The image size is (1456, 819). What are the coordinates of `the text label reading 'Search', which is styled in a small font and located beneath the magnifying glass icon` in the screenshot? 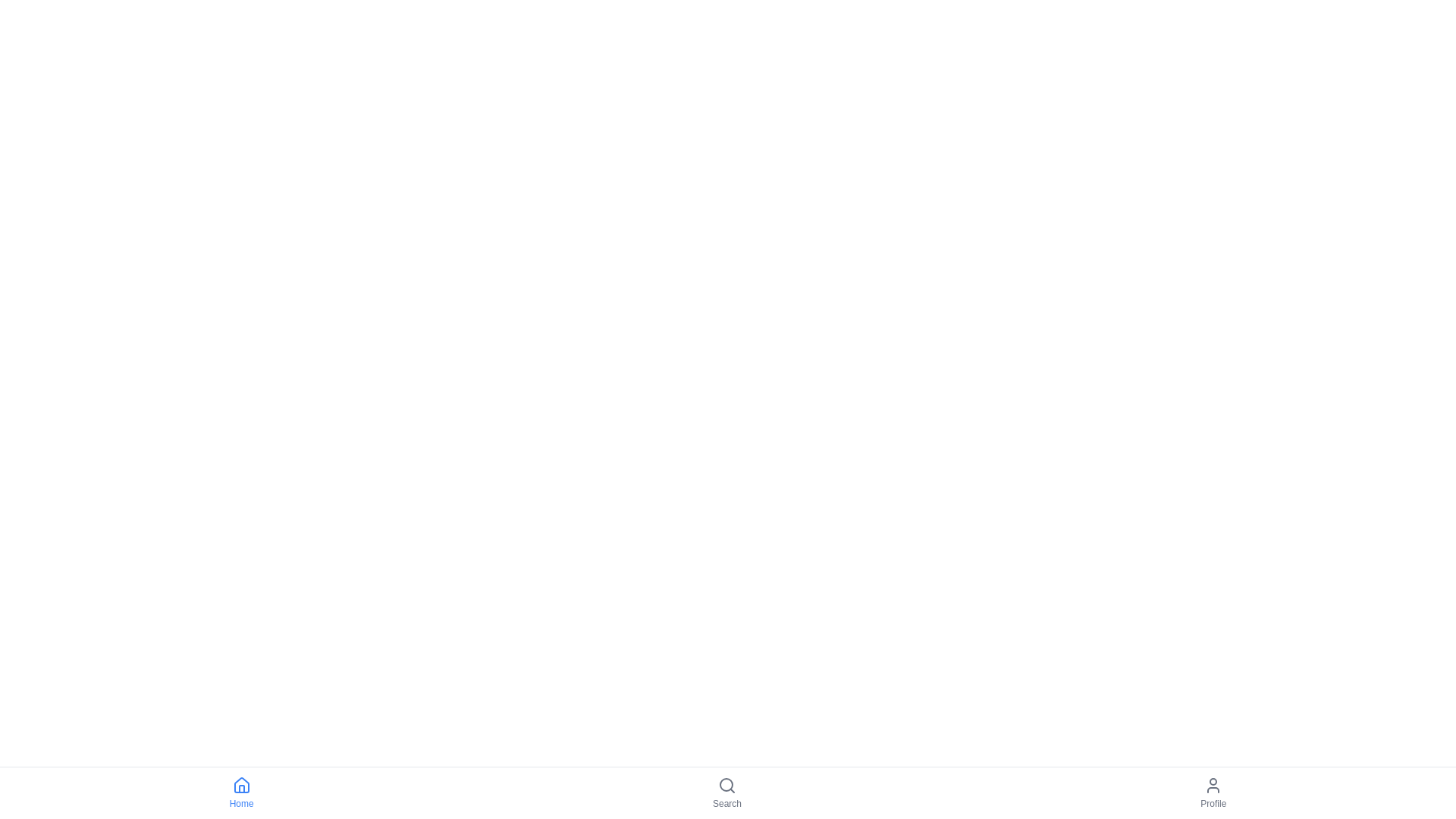 It's located at (726, 803).